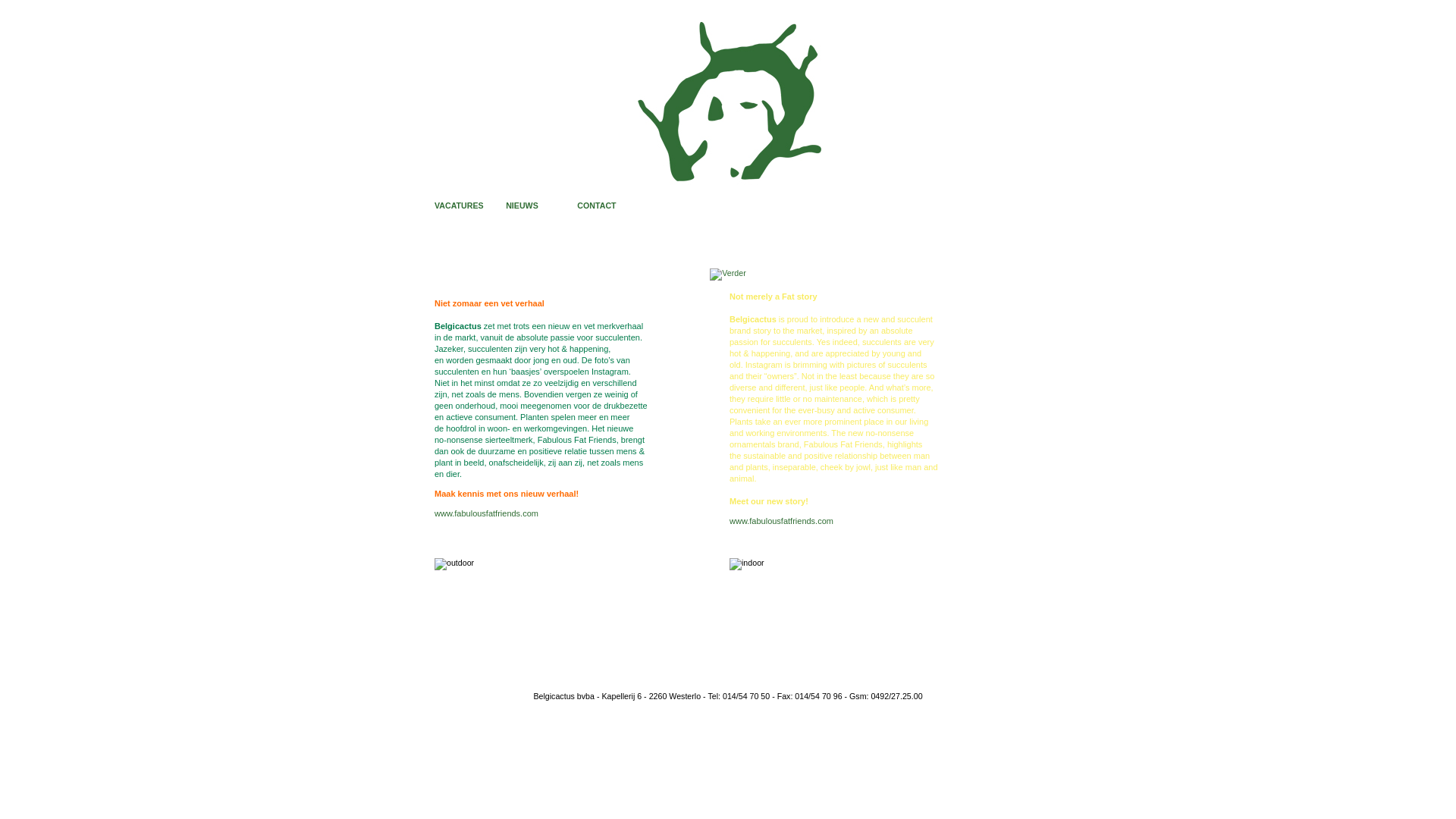  I want to click on 'NIEUWS', so click(522, 205).